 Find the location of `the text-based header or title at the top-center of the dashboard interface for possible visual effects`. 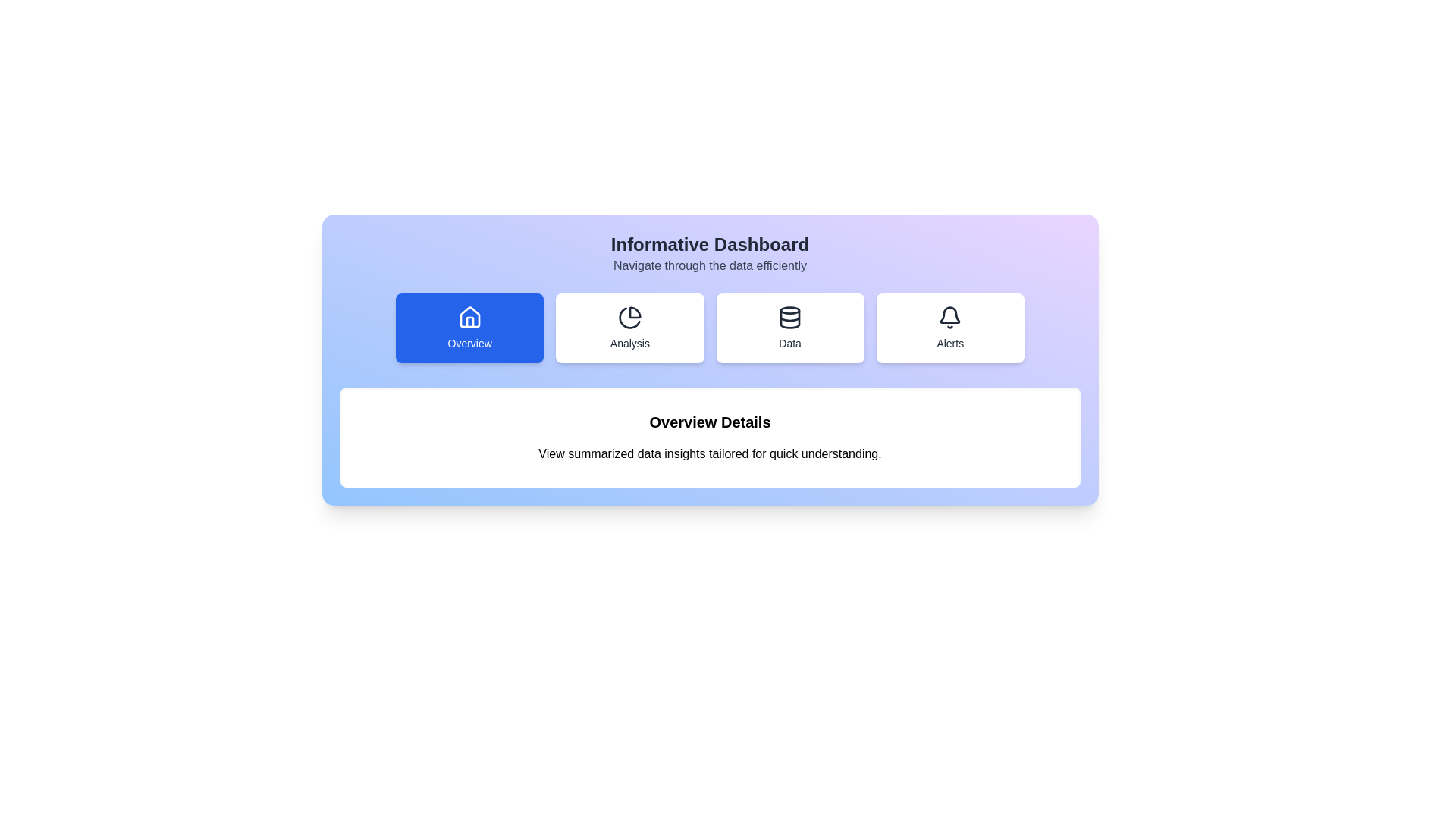

the text-based header or title at the top-center of the dashboard interface for possible visual effects is located at coordinates (709, 244).